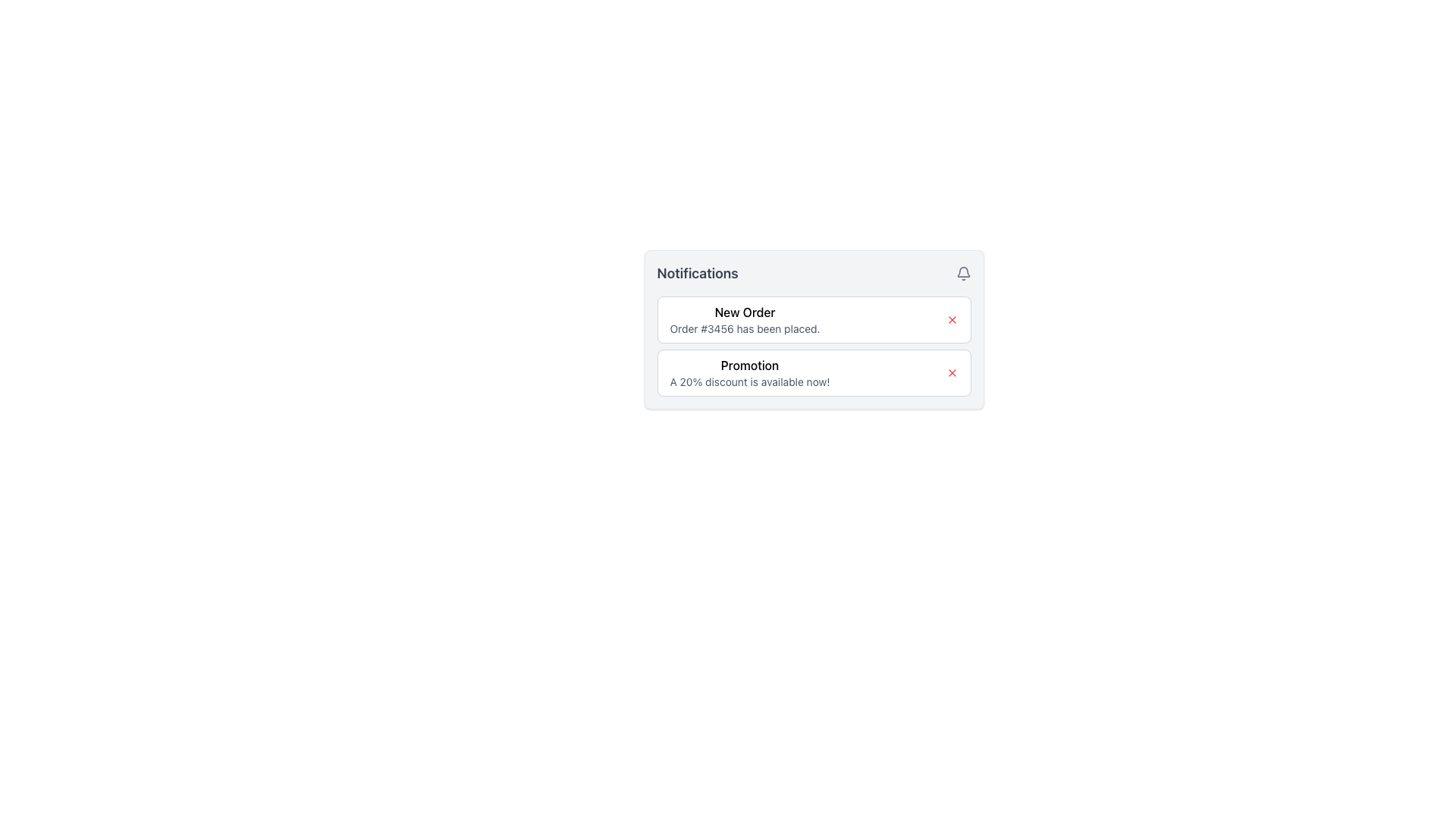 The height and width of the screenshot is (819, 1456). I want to click on text content of the 'New Order' text label, which is displayed in bold at the top of the notification card titled 'Notifications', so click(745, 312).